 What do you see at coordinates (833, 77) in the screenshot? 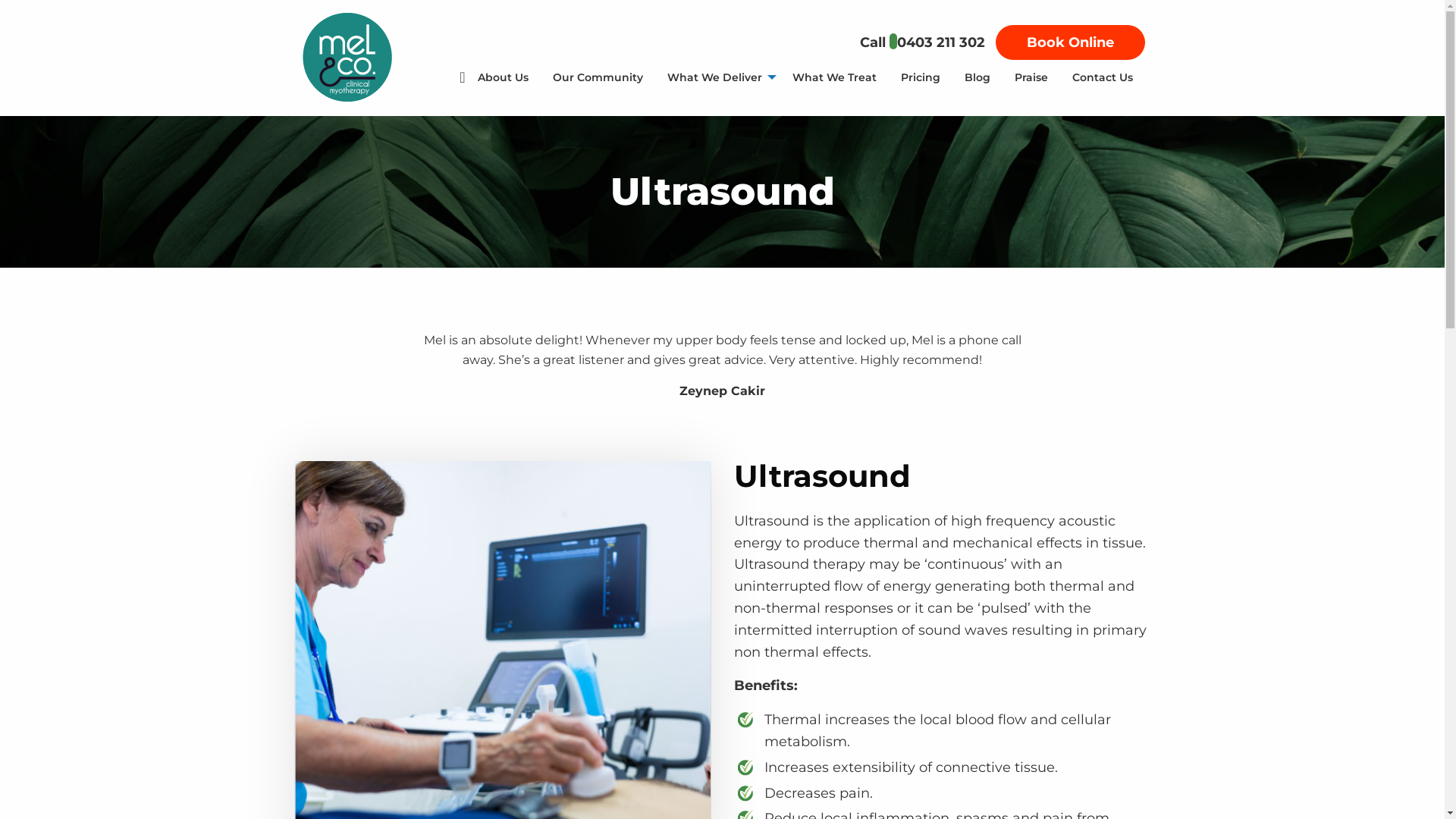
I see `'What We Treat'` at bounding box center [833, 77].